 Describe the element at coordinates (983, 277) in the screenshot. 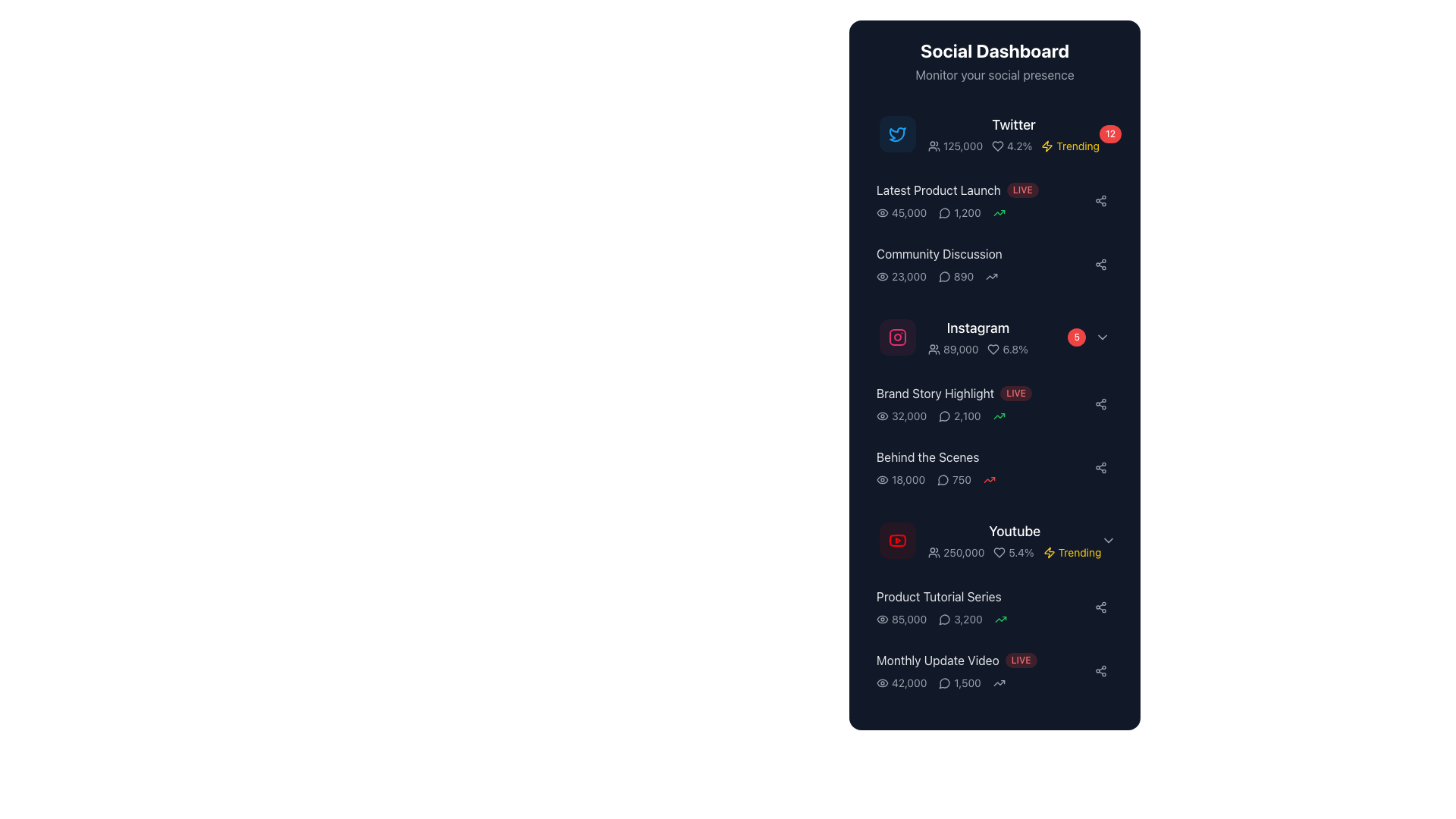

I see `the interactive icons representing views, comments, and the upward trend in the Community Discussion section, which is located just below the heading` at that location.